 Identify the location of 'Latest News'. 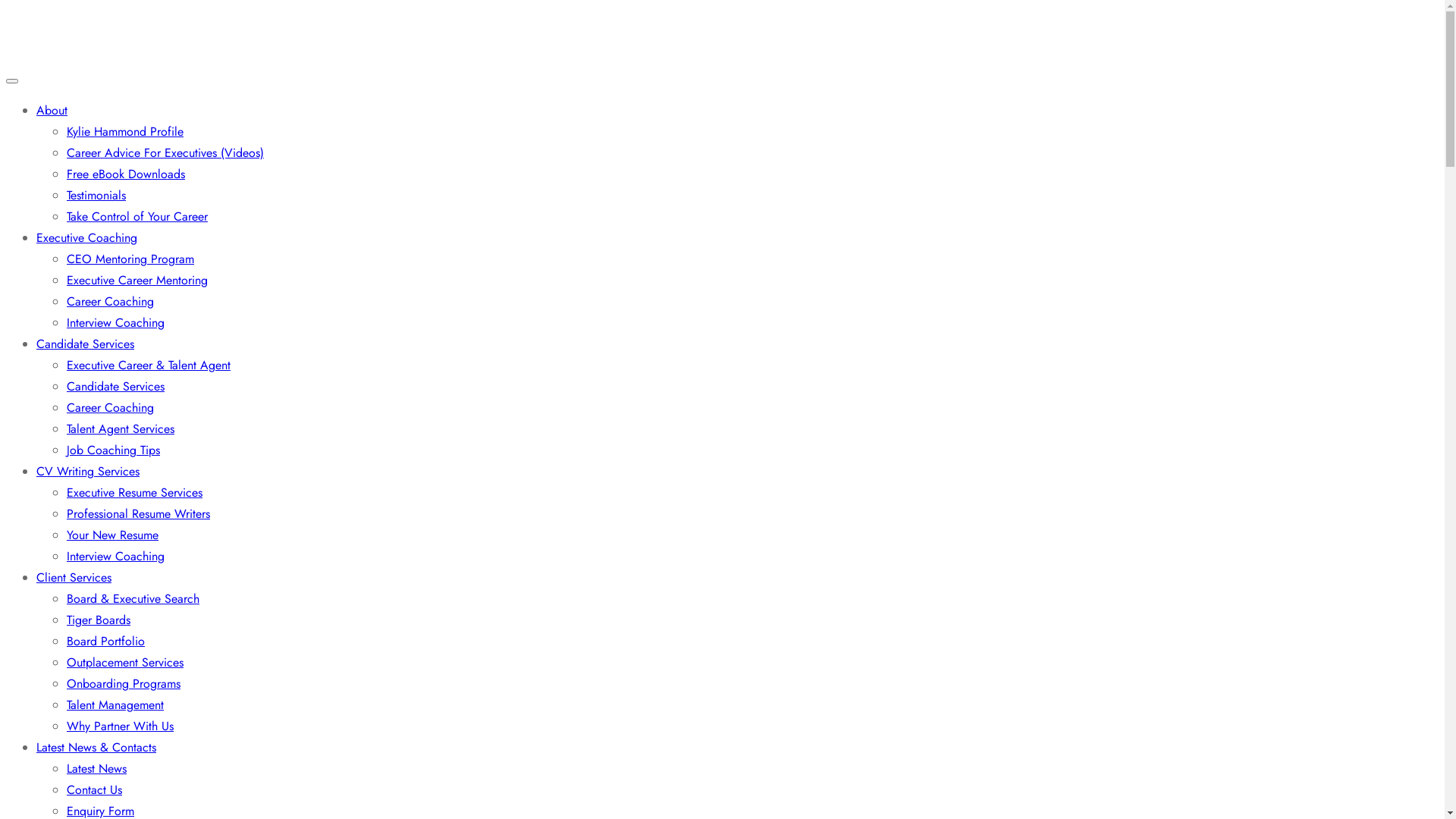
(96, 768).